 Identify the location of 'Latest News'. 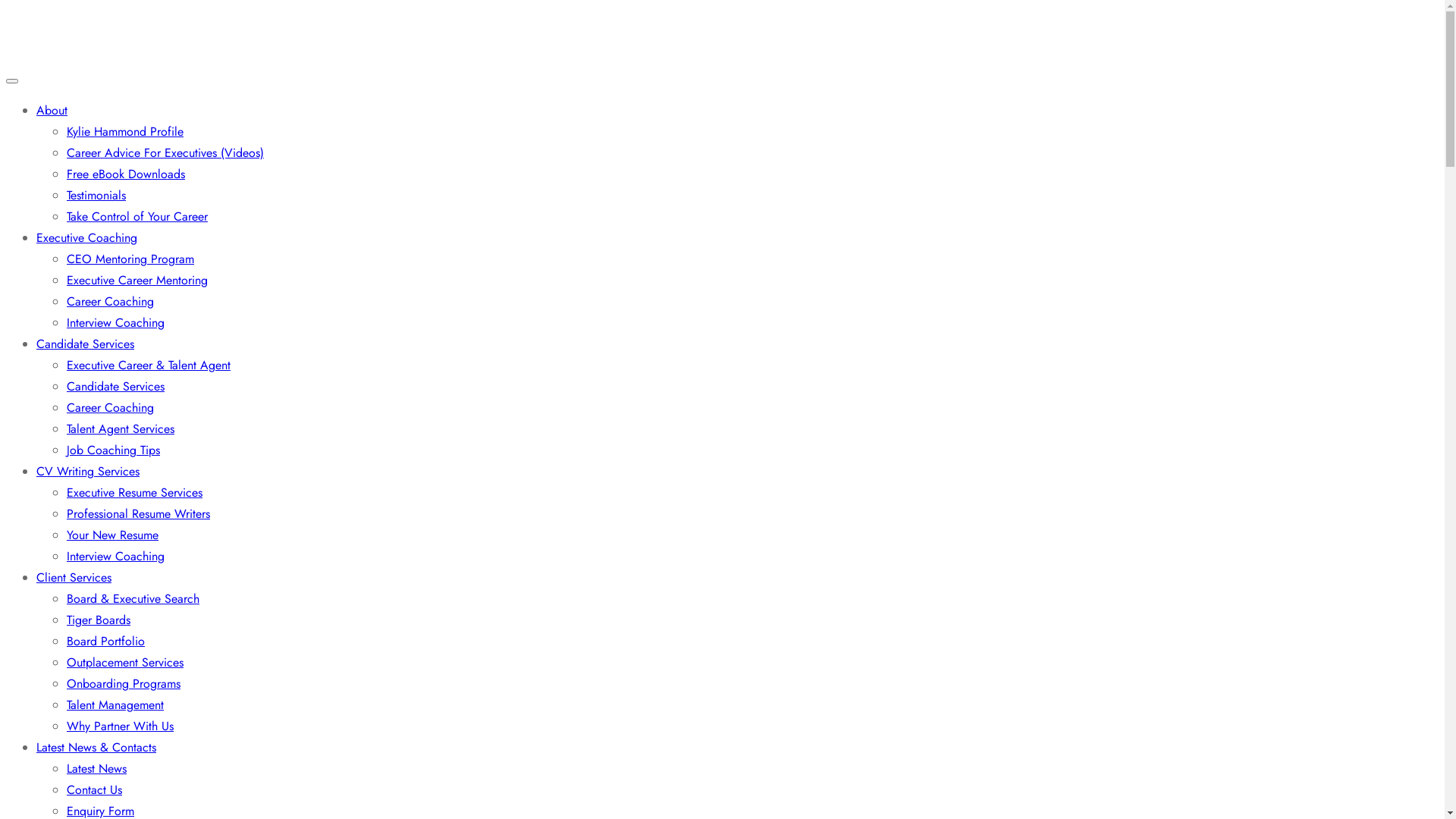
(96, 768).